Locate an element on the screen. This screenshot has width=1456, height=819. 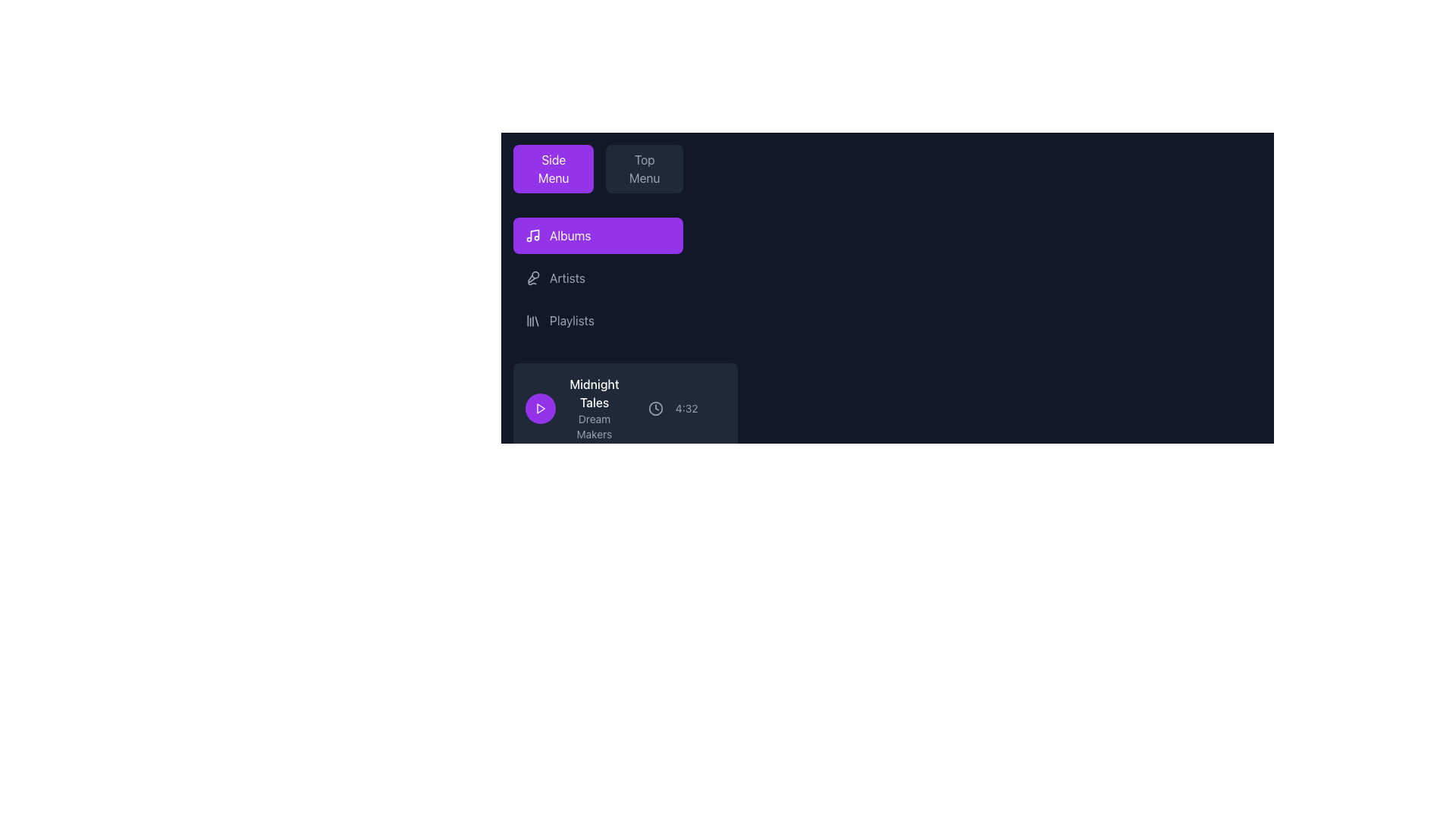
the Text Label that serves as the title and subtitle display for an audio item, located to the right of the purple round play button and to the left of the timestamp is located at coordinates (572, 408).